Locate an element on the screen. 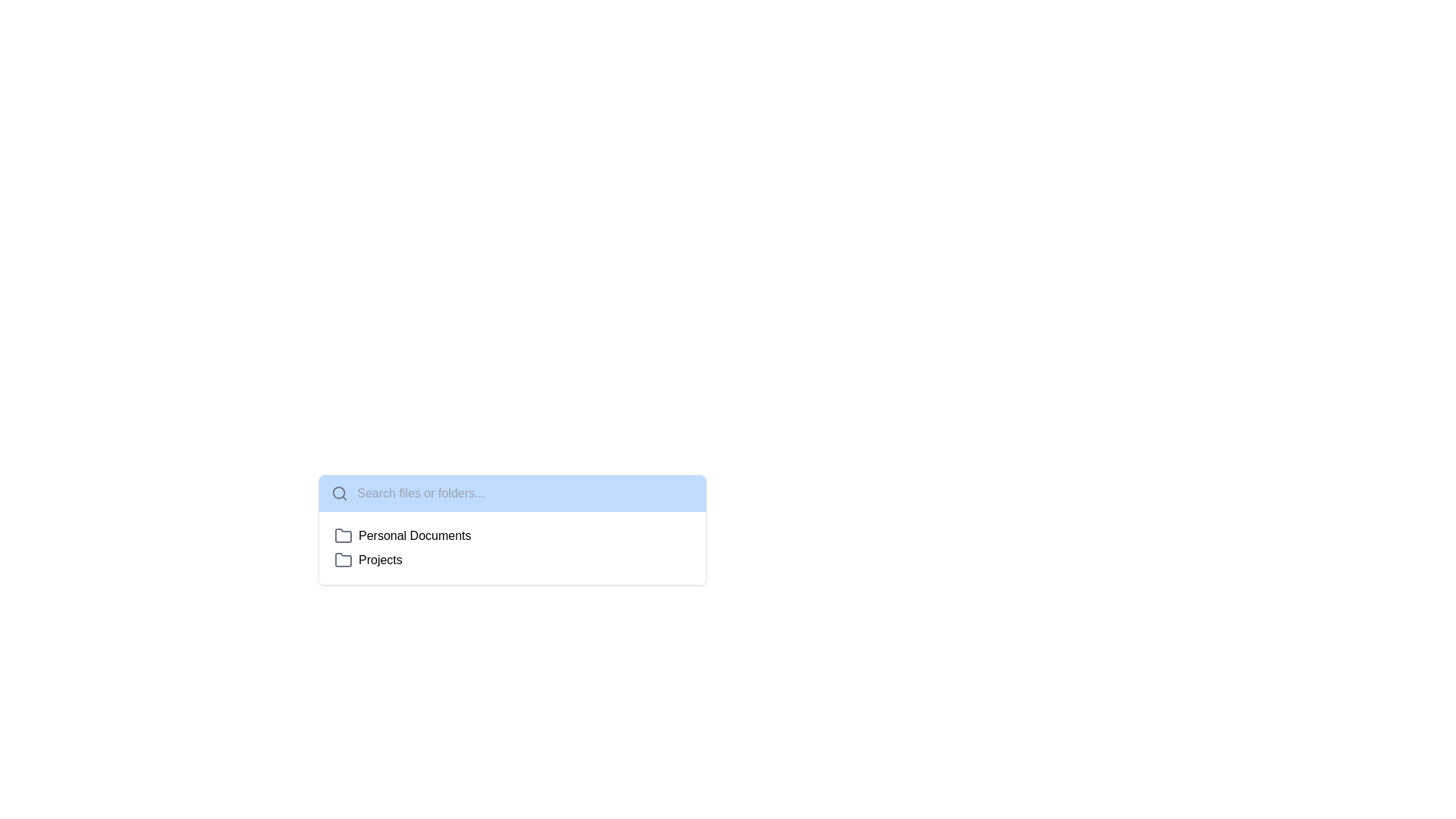 Image resolution: width=1456 pixels, height=819 pixels. the Vector graphic icon resembling a folder, which is located next to the label 'Projects' in the lower part of the file explorer interface is located at coordinates (342, 559).